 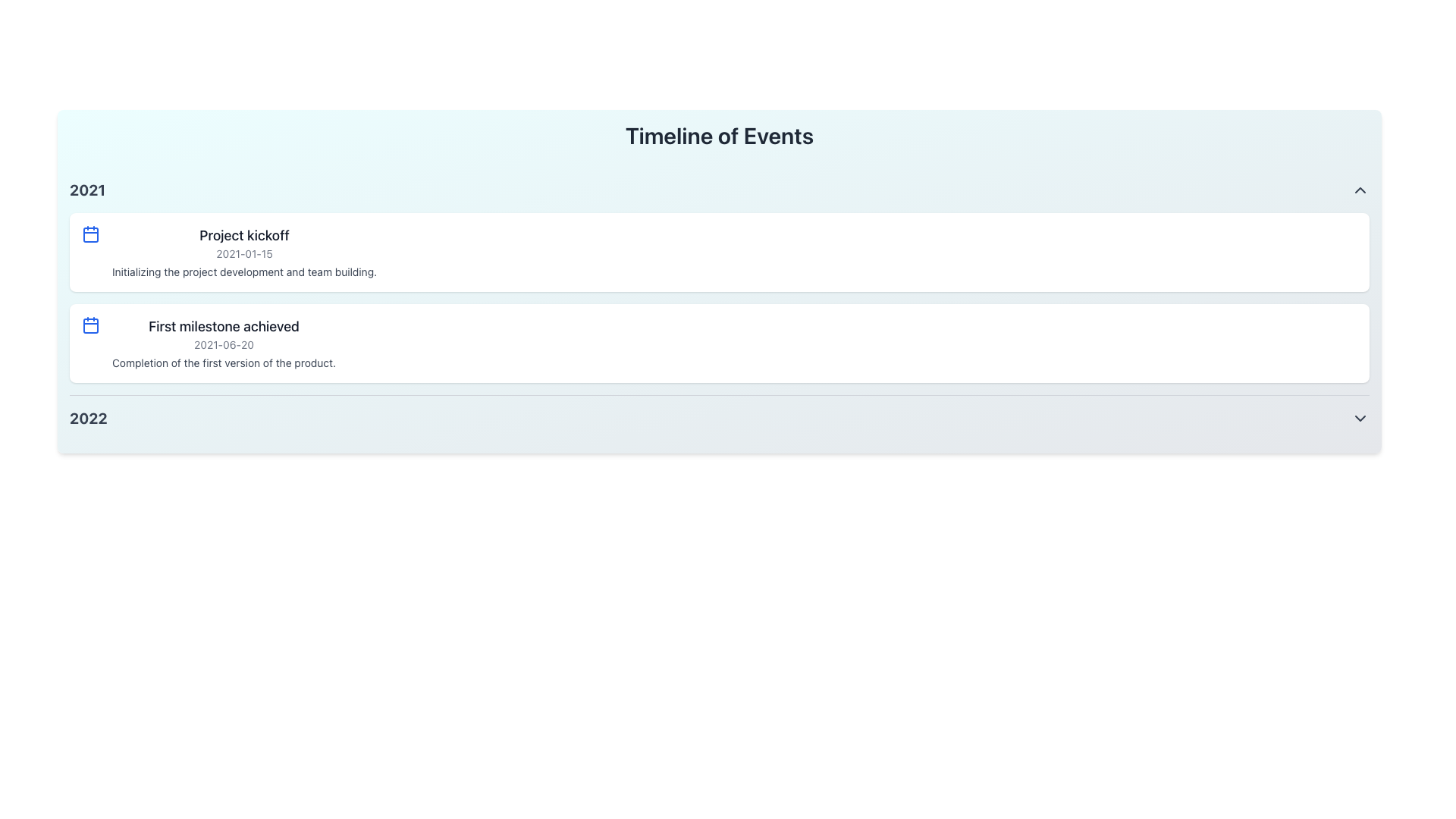 What do you see at coordinates (223, 326) in the screenshot?
I see `text content of the milestone title located in the second milestone entry of the 'Timeline of Events' section` at bounding box center [223, 326].